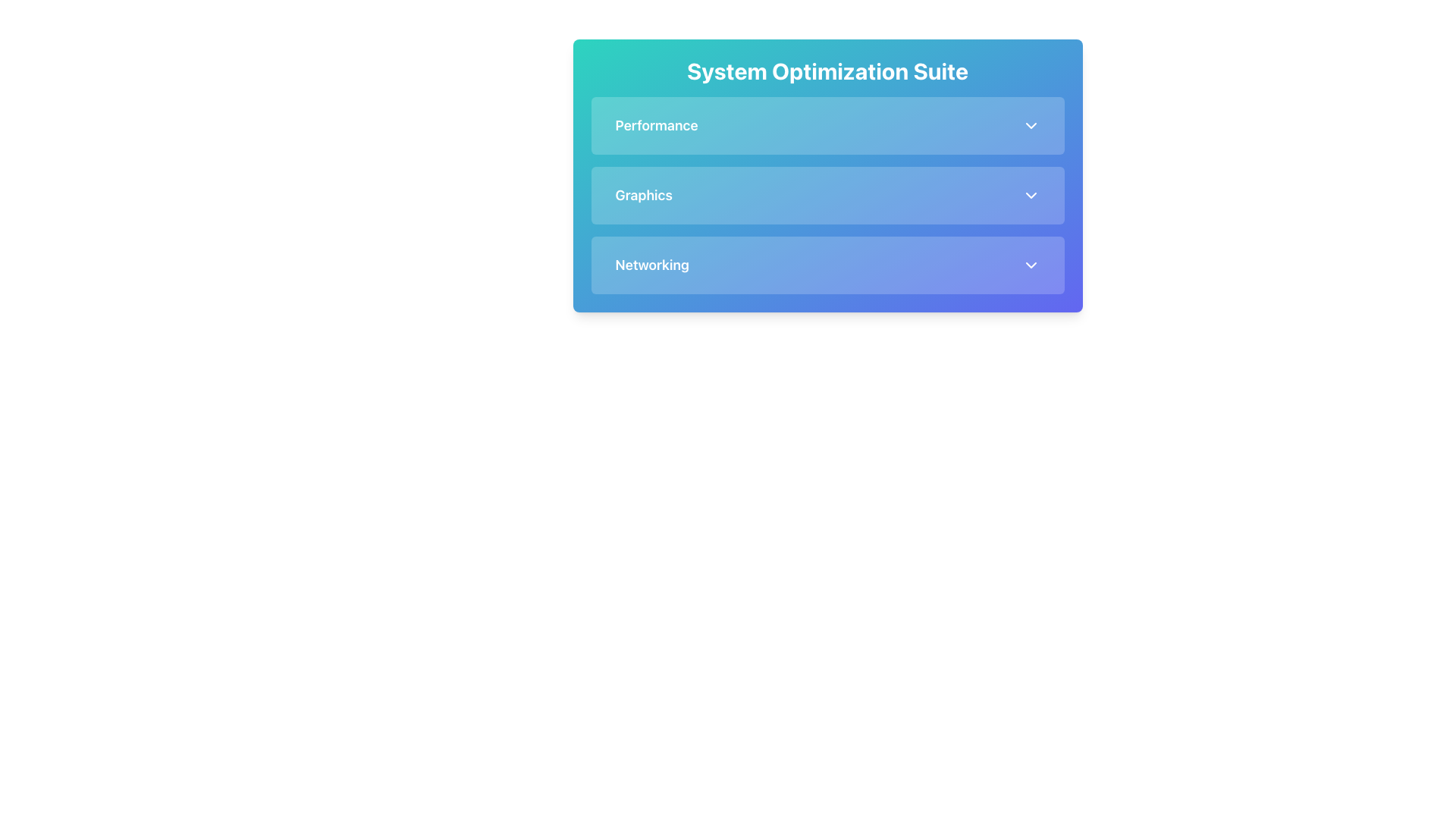  I want to click on the 'Graphics' button in the 'System Optimization Suite', so click(827, 195).